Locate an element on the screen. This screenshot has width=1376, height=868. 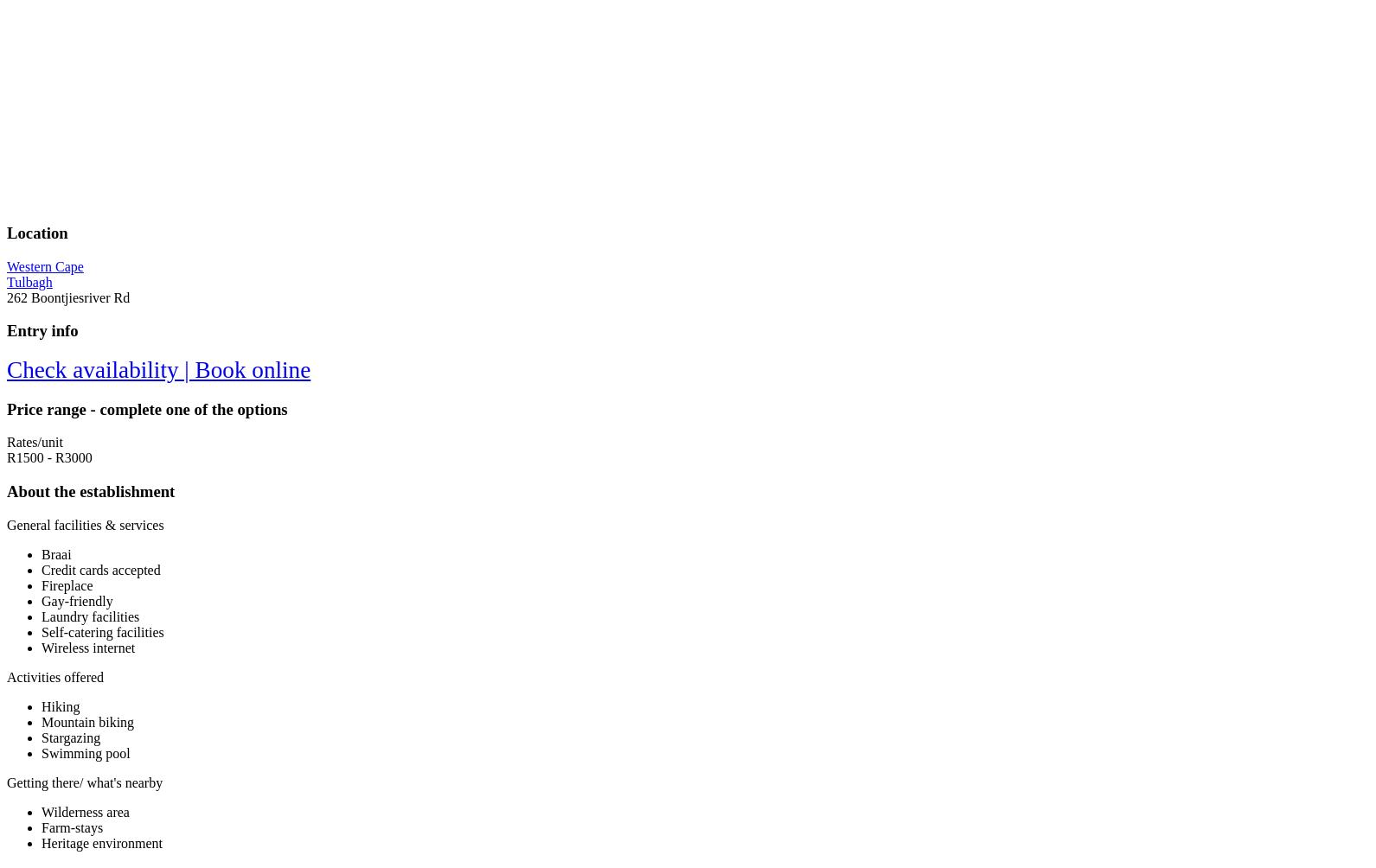
'General facilities & services' is located at coordinates (85, 524).